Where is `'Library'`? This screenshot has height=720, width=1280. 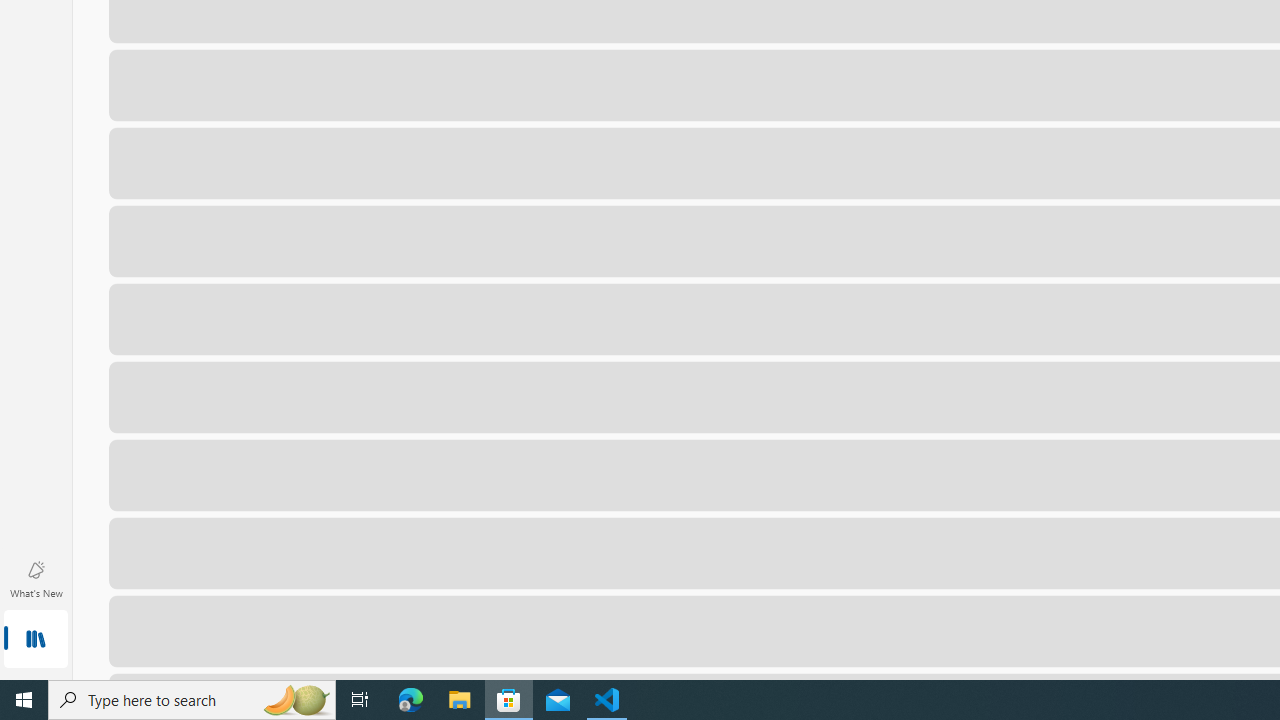 'Library' is located at coordinates (35, 640).